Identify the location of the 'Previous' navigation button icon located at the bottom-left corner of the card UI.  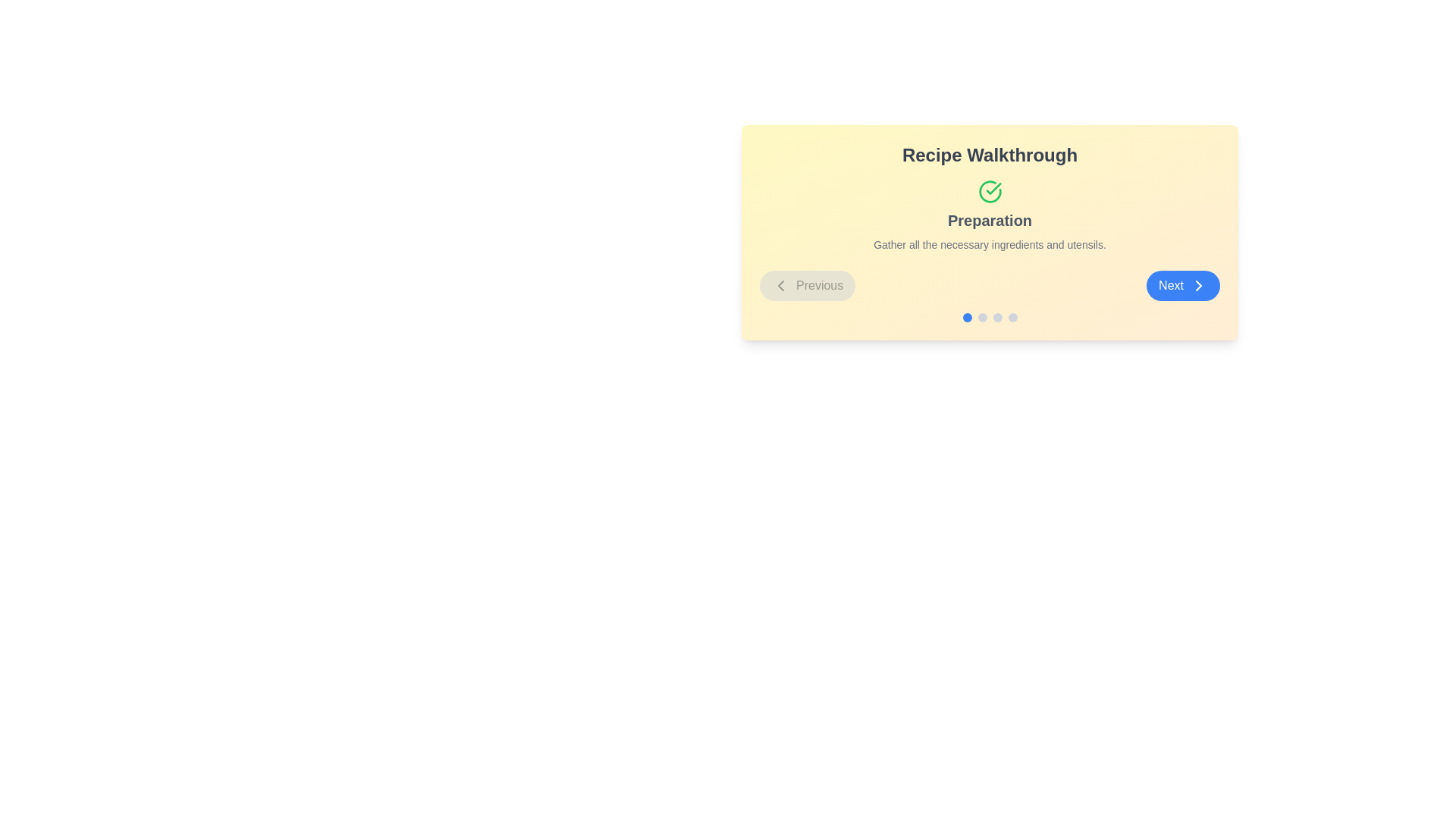
(781, 286).